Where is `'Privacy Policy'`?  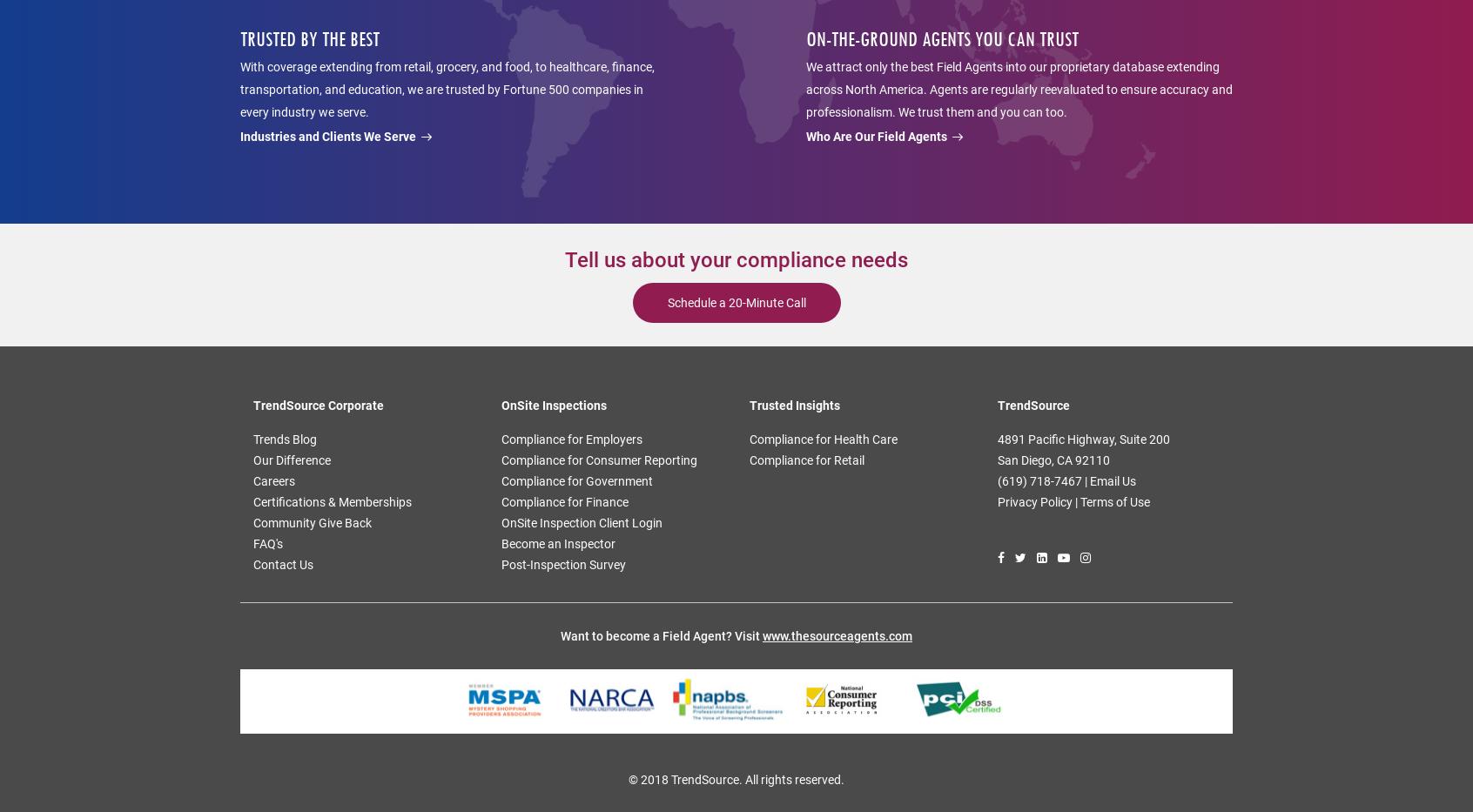
'Privacy Policy' is located at coordinates (1033, 501).